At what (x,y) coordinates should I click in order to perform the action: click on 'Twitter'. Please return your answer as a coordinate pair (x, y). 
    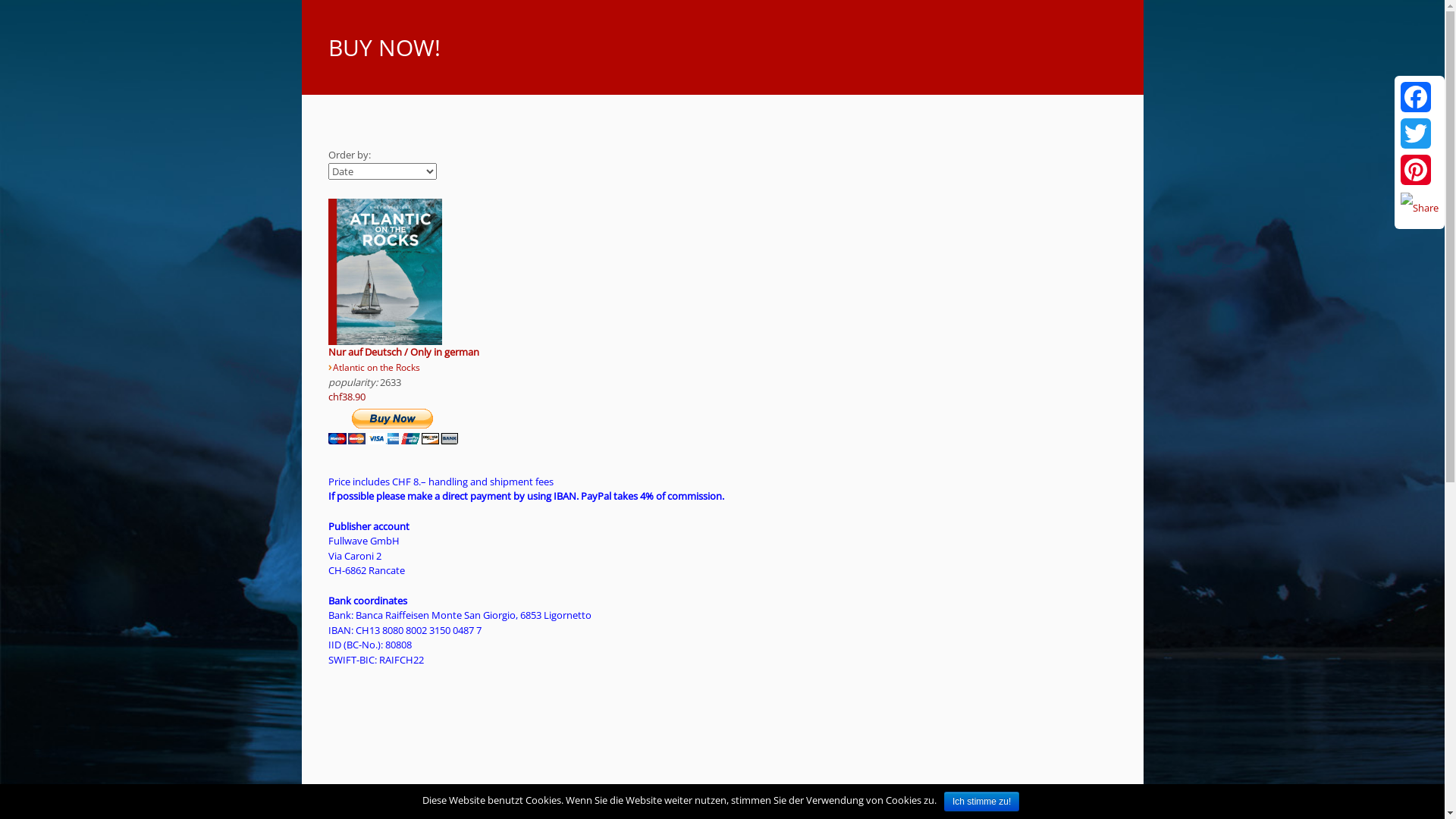
    Looking at the image, I should click on (1397, 133).